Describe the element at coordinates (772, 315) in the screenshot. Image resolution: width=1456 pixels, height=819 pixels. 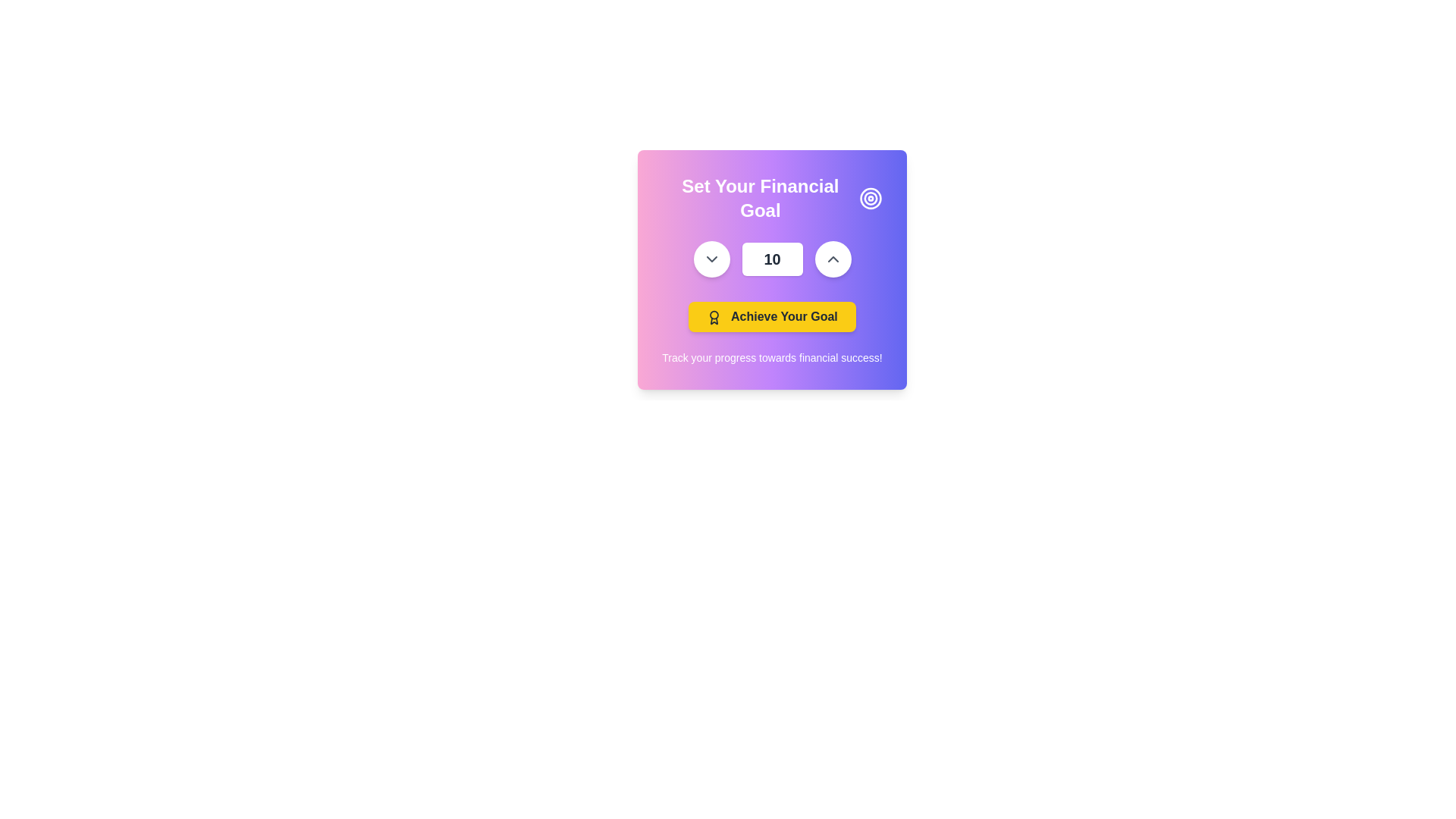
I see `the yellow button labeled 'Achieve Your Goal' with a trophy icon to change its color` at that location.